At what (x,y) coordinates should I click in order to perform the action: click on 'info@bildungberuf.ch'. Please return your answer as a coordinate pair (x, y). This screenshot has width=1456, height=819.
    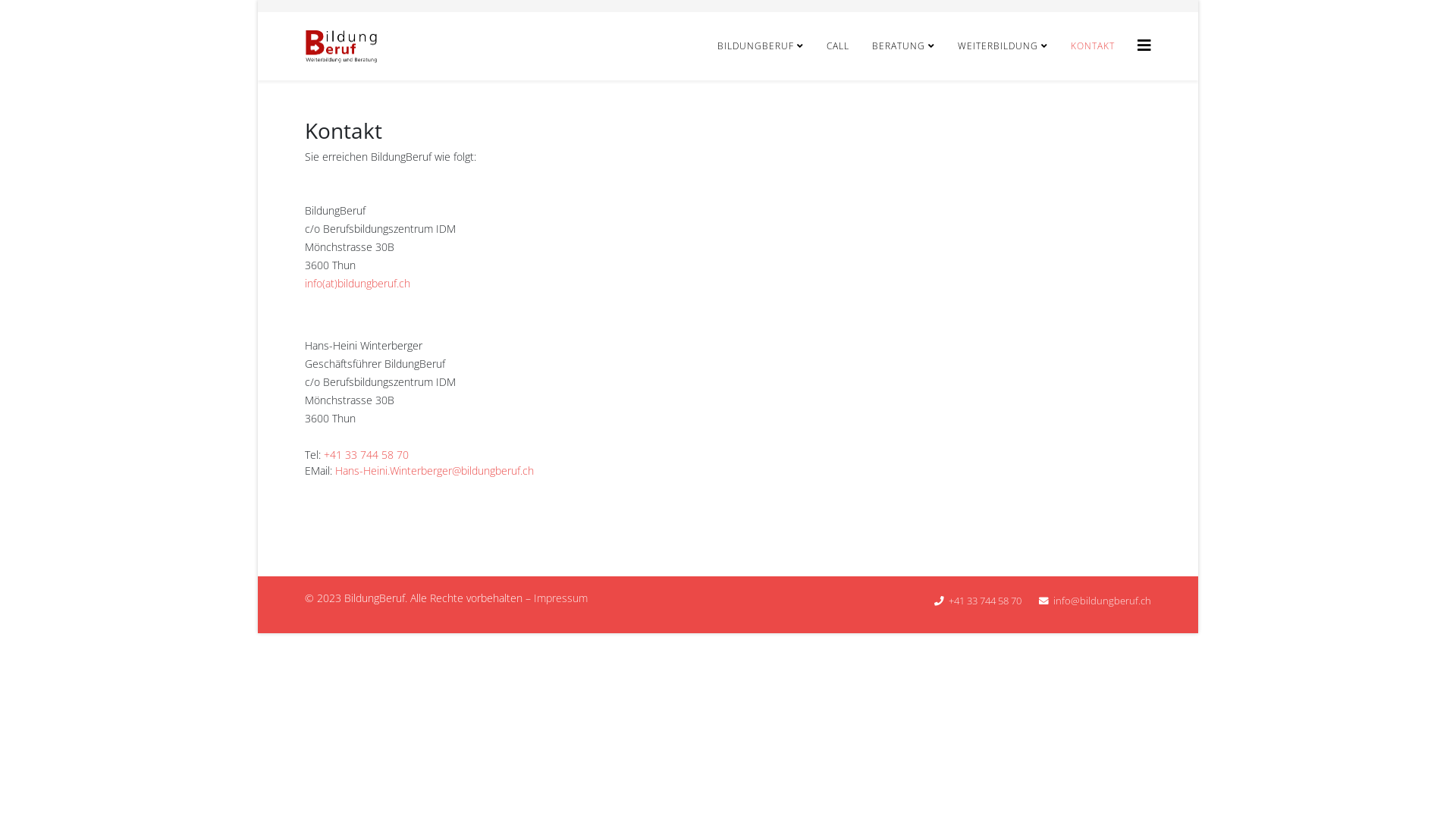
    Looking at the image, I should click on (1102, 600).